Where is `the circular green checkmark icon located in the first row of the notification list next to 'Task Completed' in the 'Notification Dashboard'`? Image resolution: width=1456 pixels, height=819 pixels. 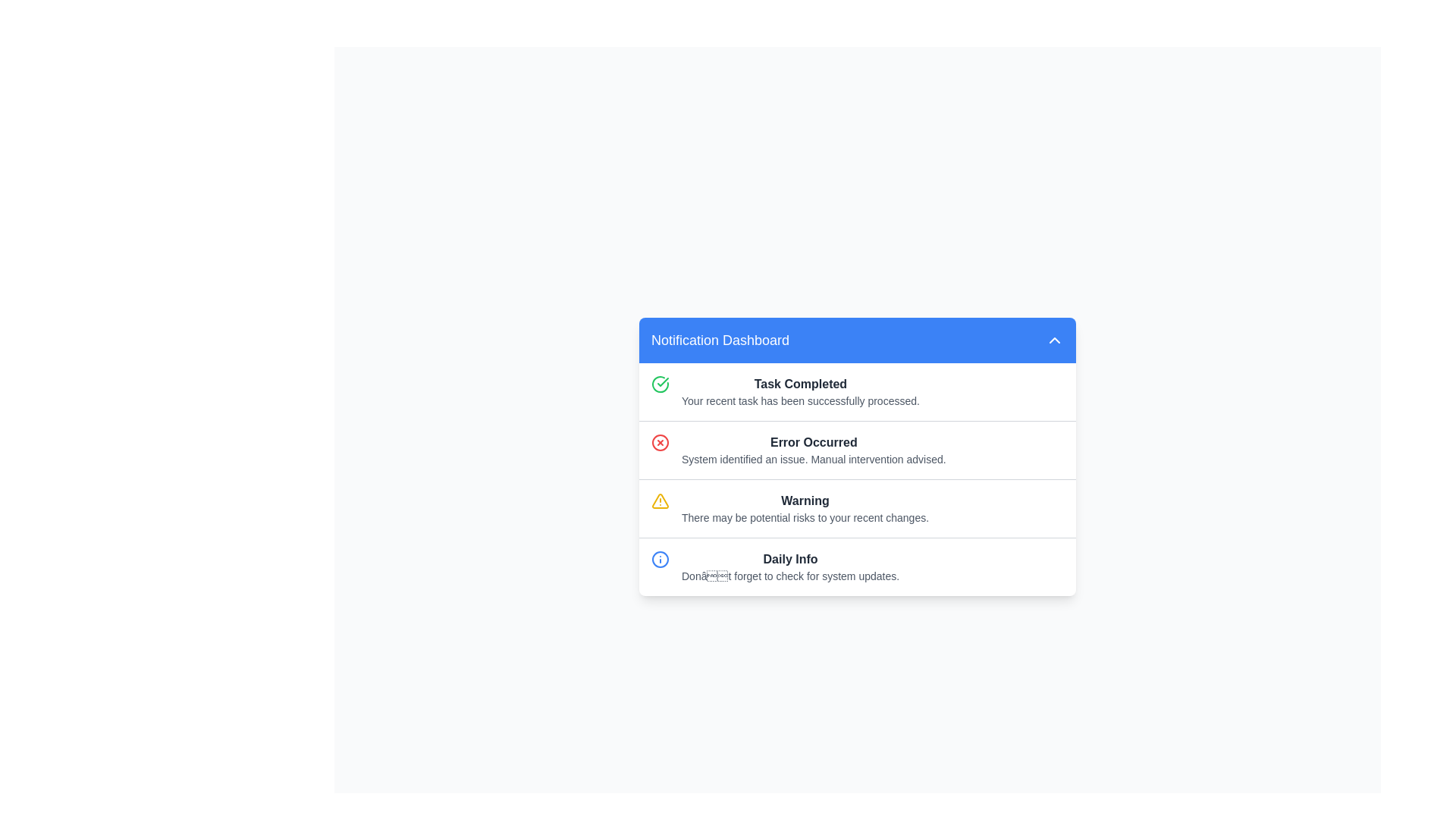
the circular green checkmark icon located in the first row of the notification list next to 'Task Completed' in the 'Notification Dashboard' is located at coordinates (660, 391).